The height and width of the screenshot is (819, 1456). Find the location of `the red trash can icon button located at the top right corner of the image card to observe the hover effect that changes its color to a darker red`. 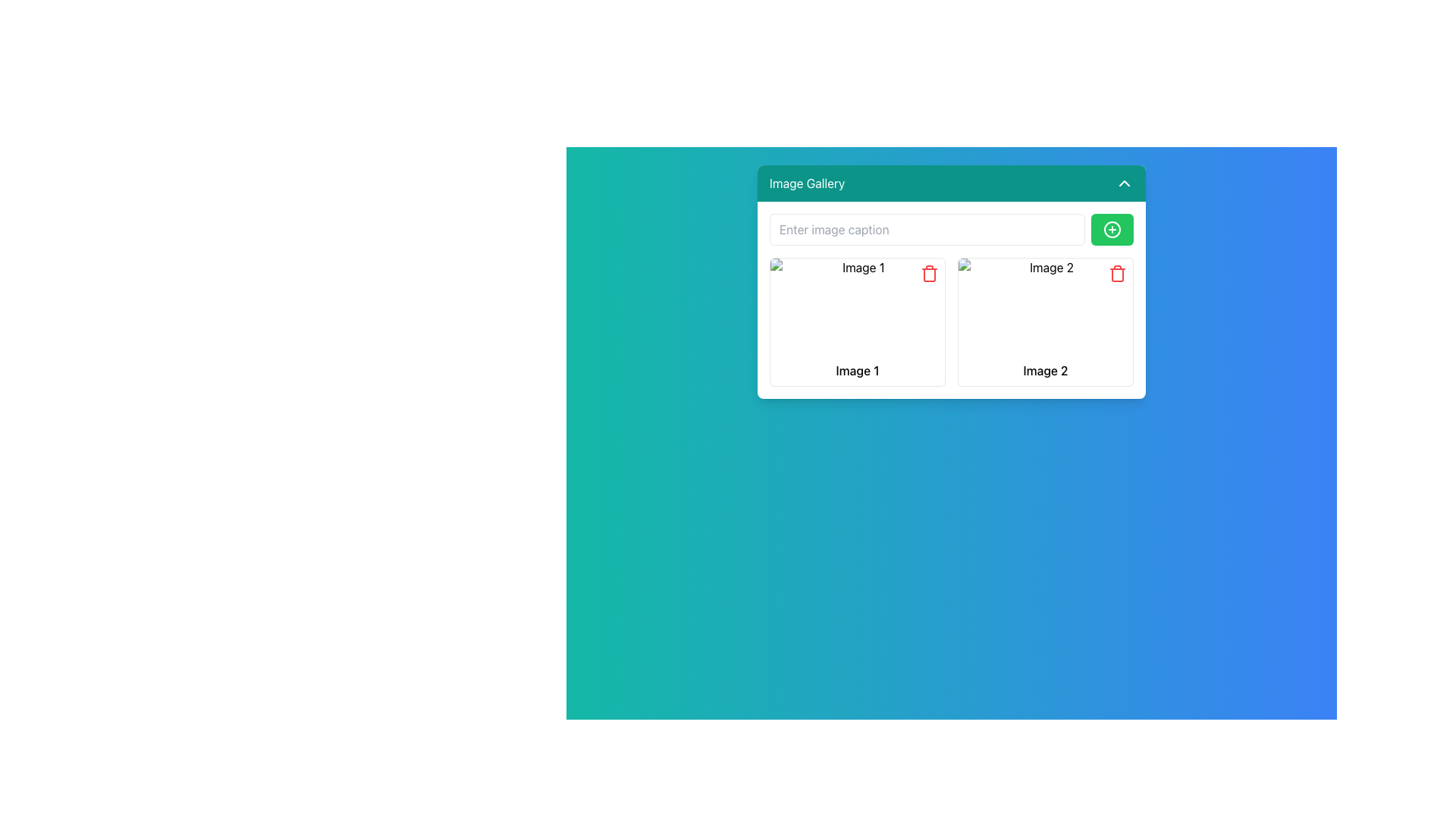

the red trash can icon button located at the top right corner of the image card to observe the hover effect that changes its color to a darker red is located at coordinates (1117, 274).